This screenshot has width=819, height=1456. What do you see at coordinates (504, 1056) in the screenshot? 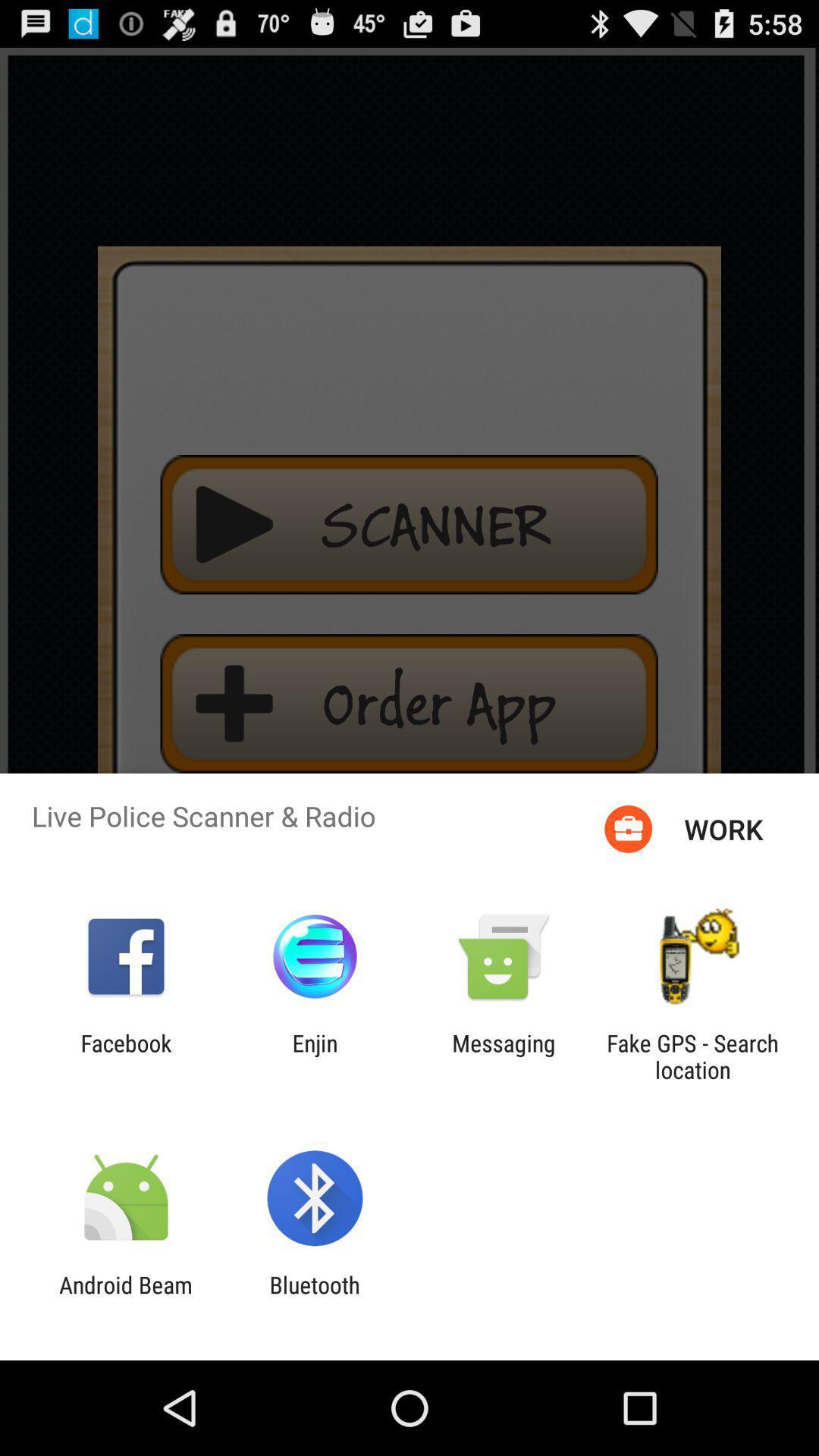
I see `icon to the left of the fake gps search app` at bounding box center [504, 1056].